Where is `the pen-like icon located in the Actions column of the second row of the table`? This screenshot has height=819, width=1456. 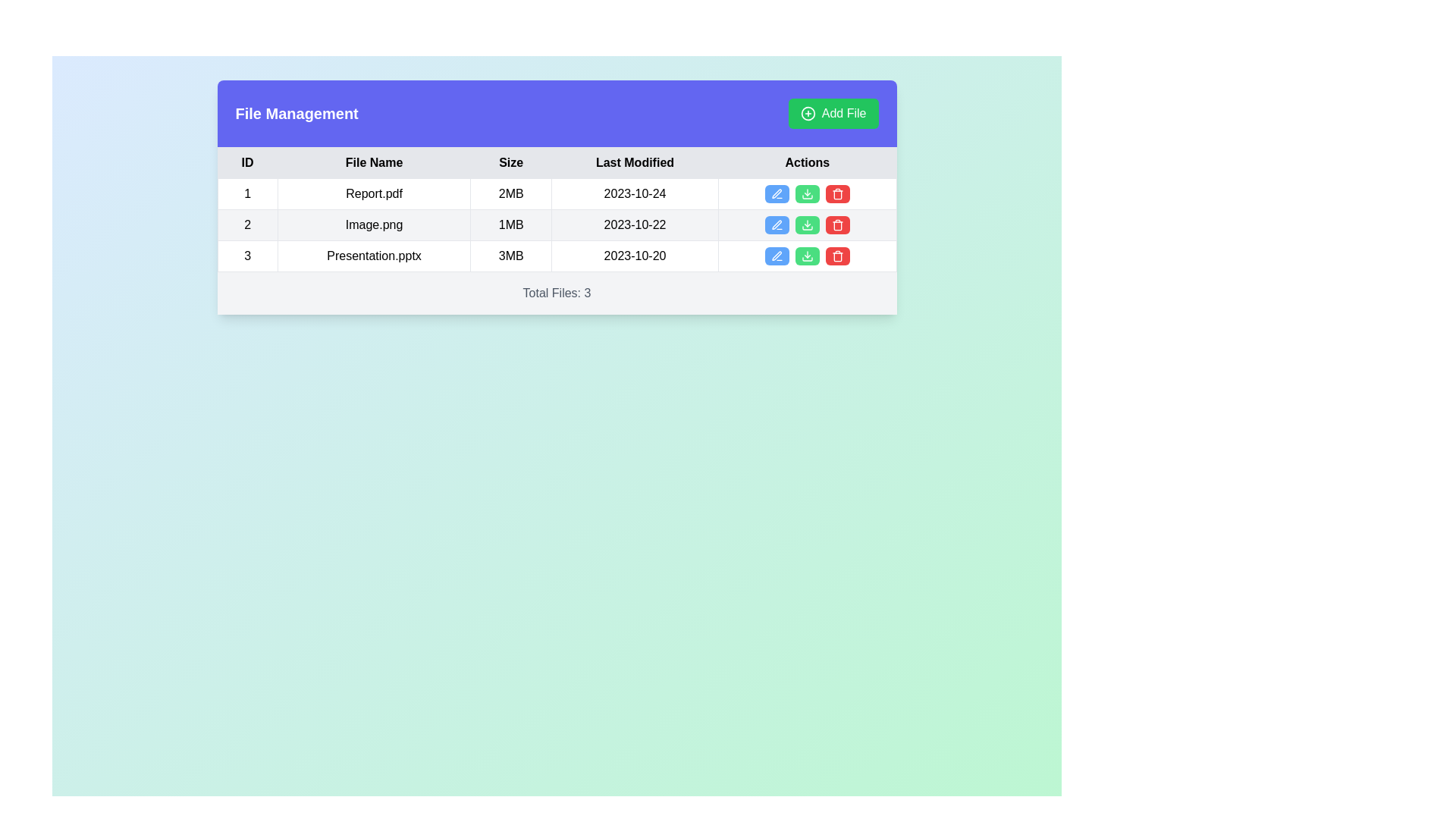
the pen-like icon located in the Actions column of the second row of the table is located at coordinates (777, 193).